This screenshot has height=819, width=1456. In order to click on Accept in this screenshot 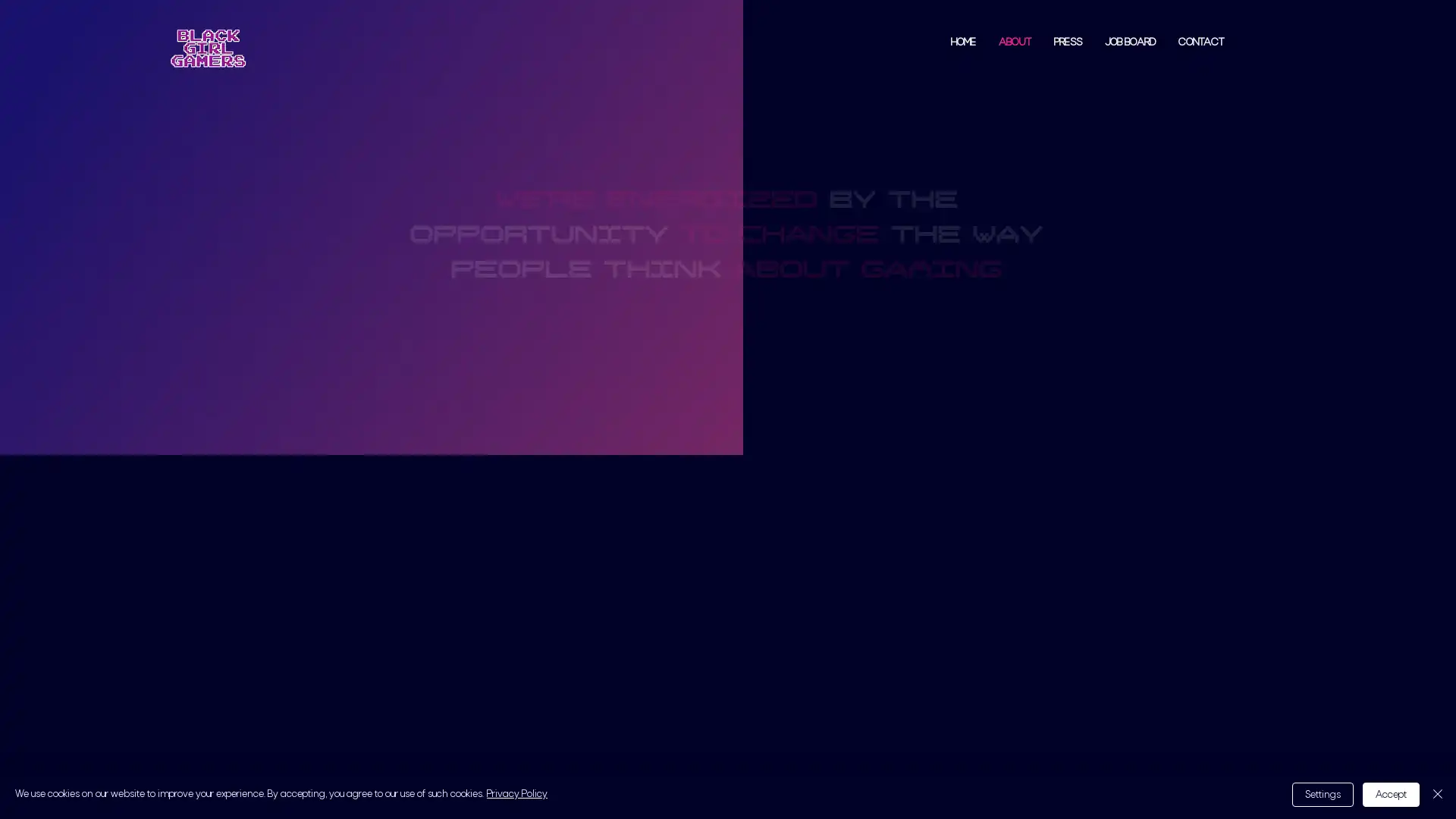, I will do `click(1391, 794)`.